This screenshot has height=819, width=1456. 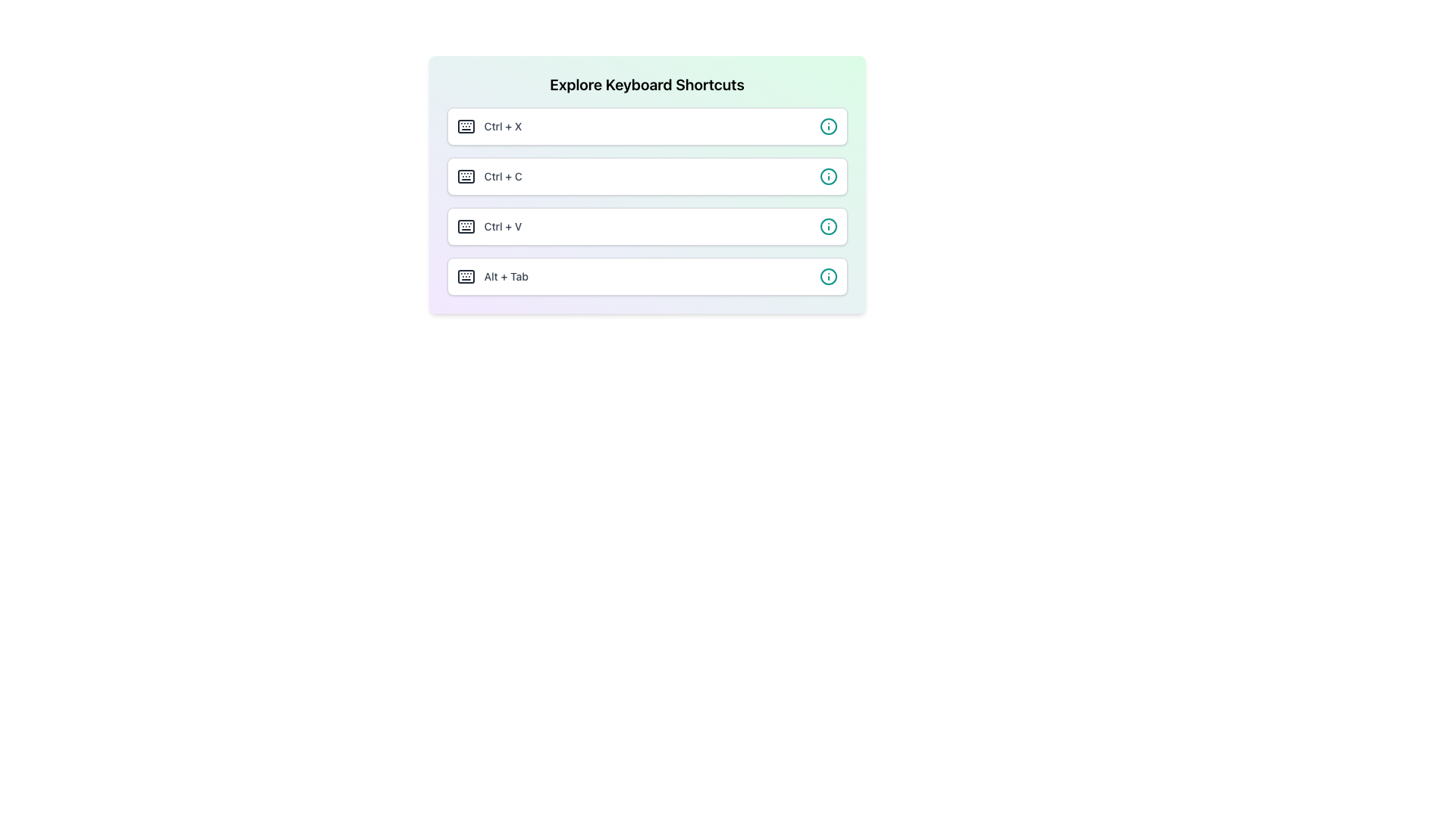 What do you see at coordinates (827, 125) in the screenshot?
I see `the circular graphical element representing the info icon within the SVG` at bounding box center [827, 125].